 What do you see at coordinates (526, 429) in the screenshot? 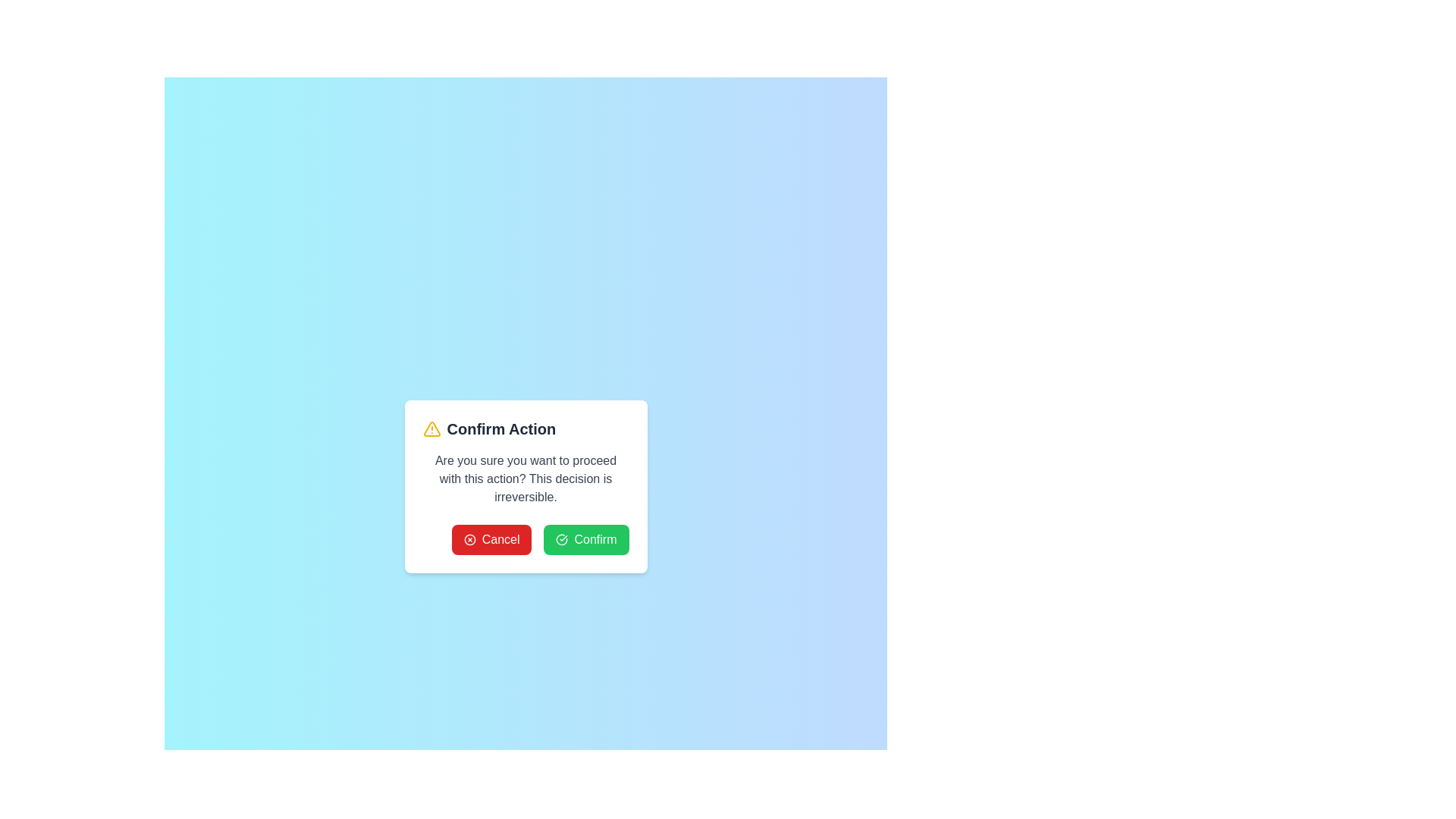
I see `the header element that combines a yellow warning icon with the text 'Confirm Action', located at the top section of a white dialog box with rounded corners` at bounding box center [526, 429].